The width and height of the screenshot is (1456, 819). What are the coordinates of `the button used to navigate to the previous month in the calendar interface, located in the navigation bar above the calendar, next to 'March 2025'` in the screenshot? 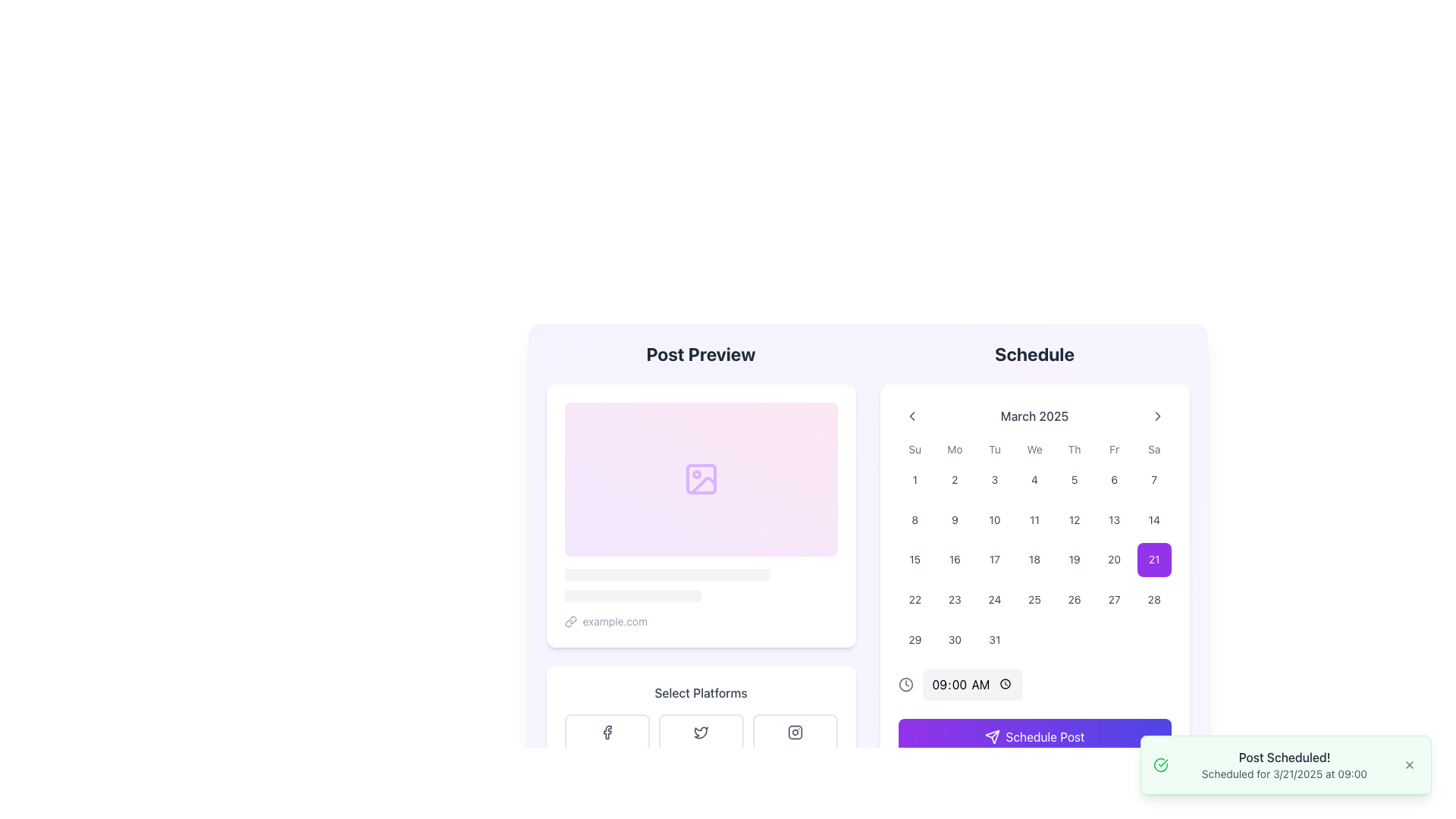 It's located at (911, 416).